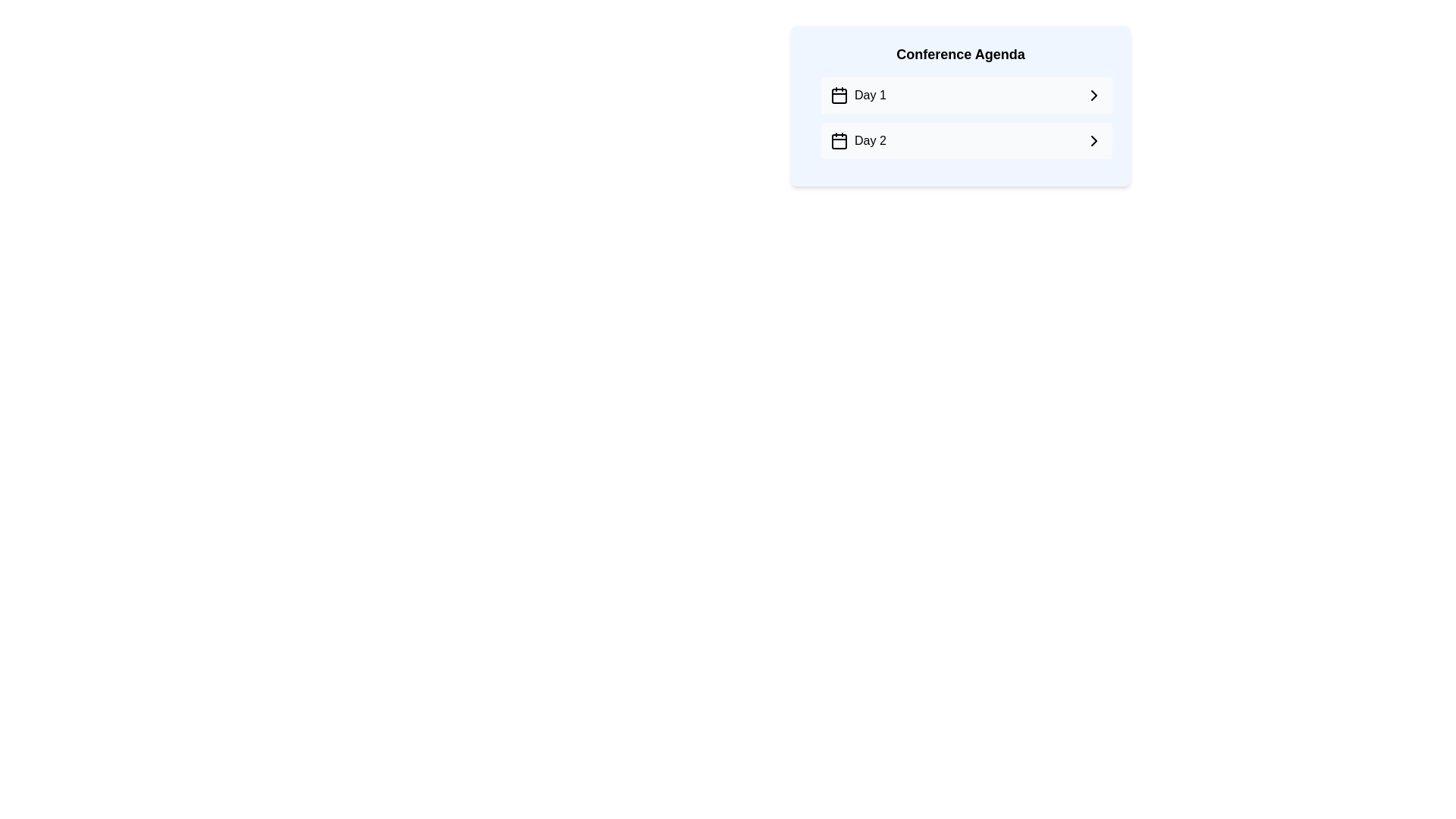 Image resolution: width=1456 pixels, height=819 pixels. What do you see at coordinates (1094, 96) in the screenshot?
I see `the Chevron icon located on the far right of the 'Day 1' section` at bounding box center [1094, 96].